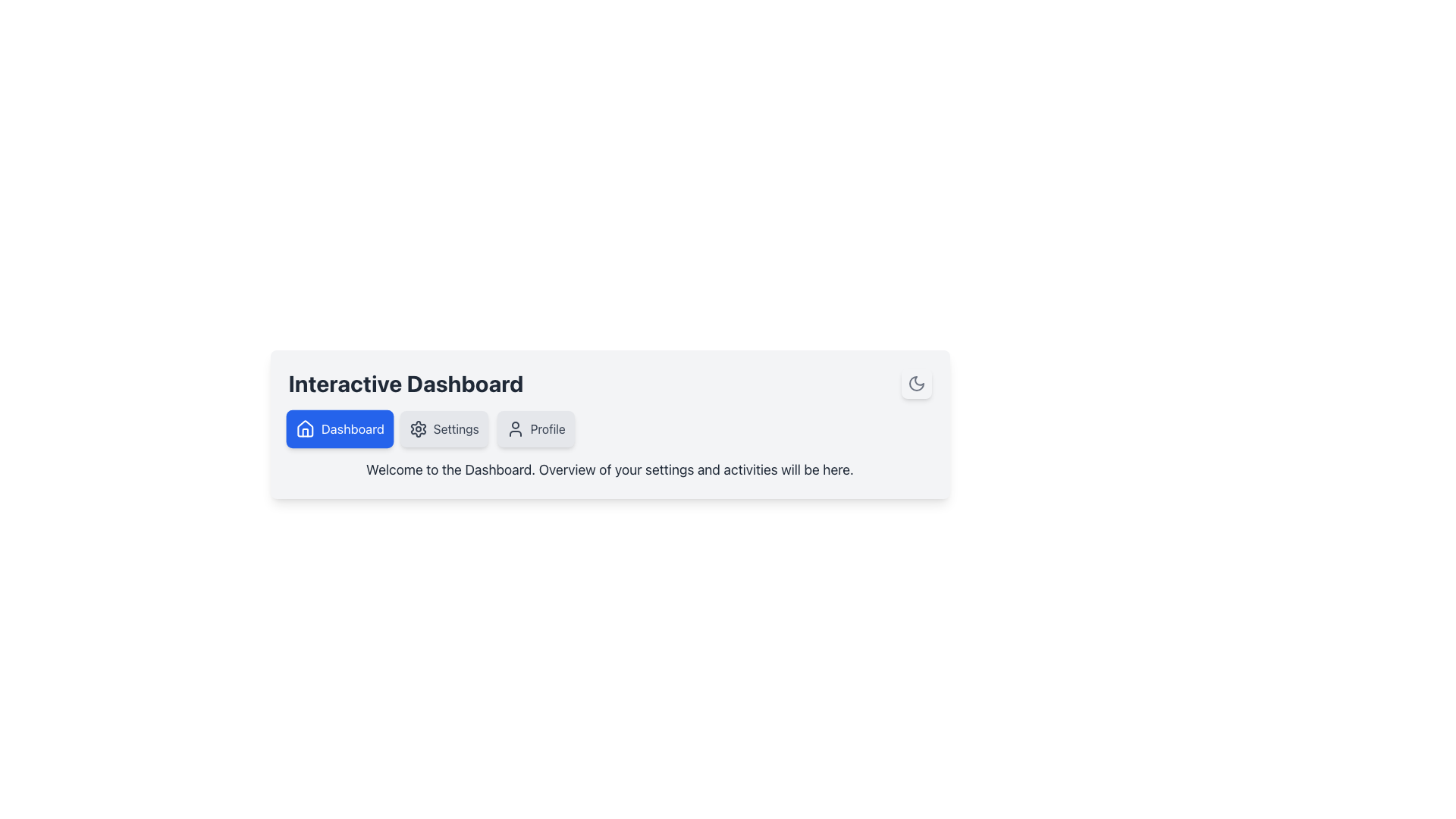  Describe the element at coordinates (443, 429) in the screenshot. I see `the settings button located in the horizontal menu bar between the 'Dashboard' and 'Profile' buttons` at that location.